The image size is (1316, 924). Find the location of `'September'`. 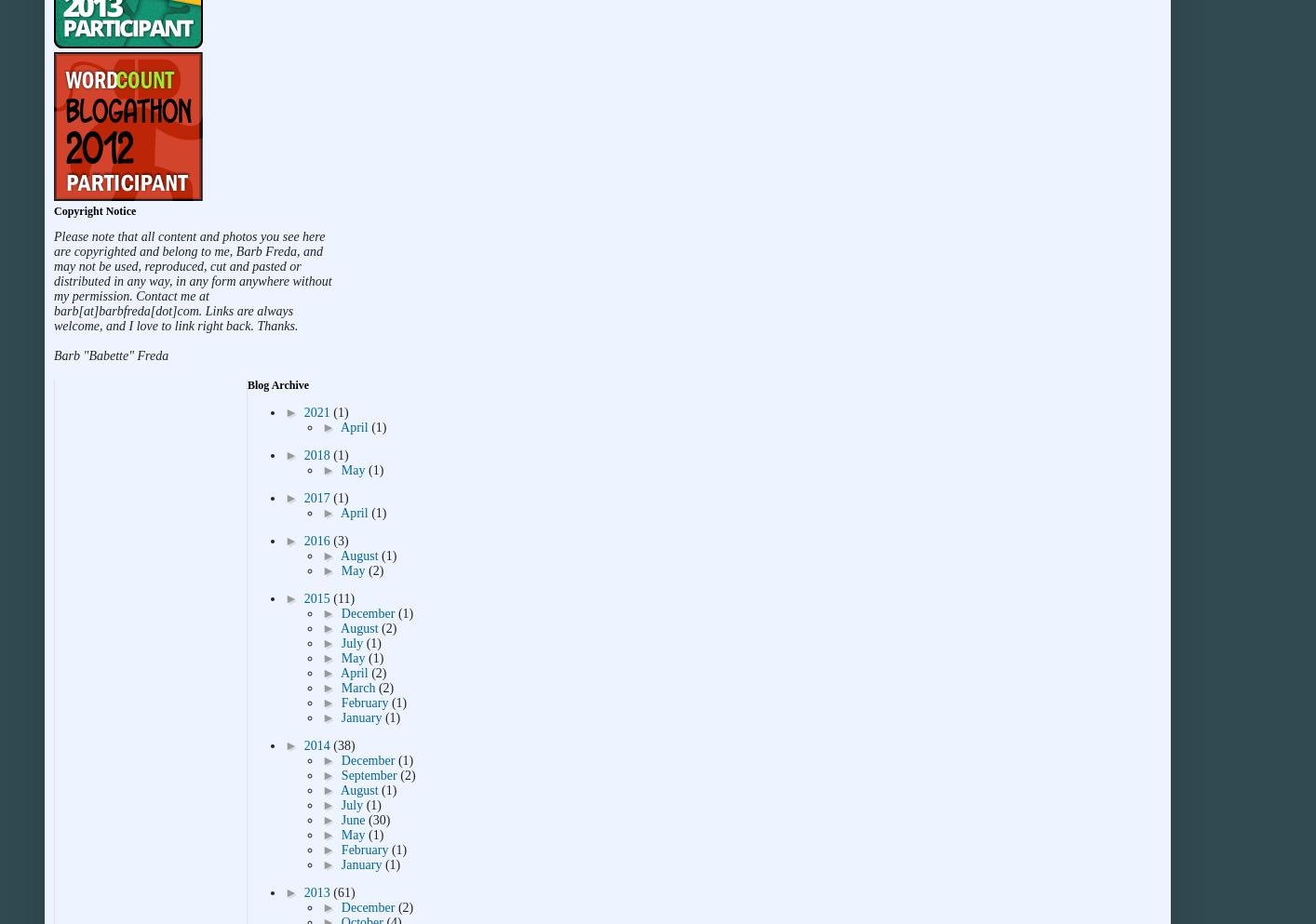

'September' is located at coordinates (340, 775).